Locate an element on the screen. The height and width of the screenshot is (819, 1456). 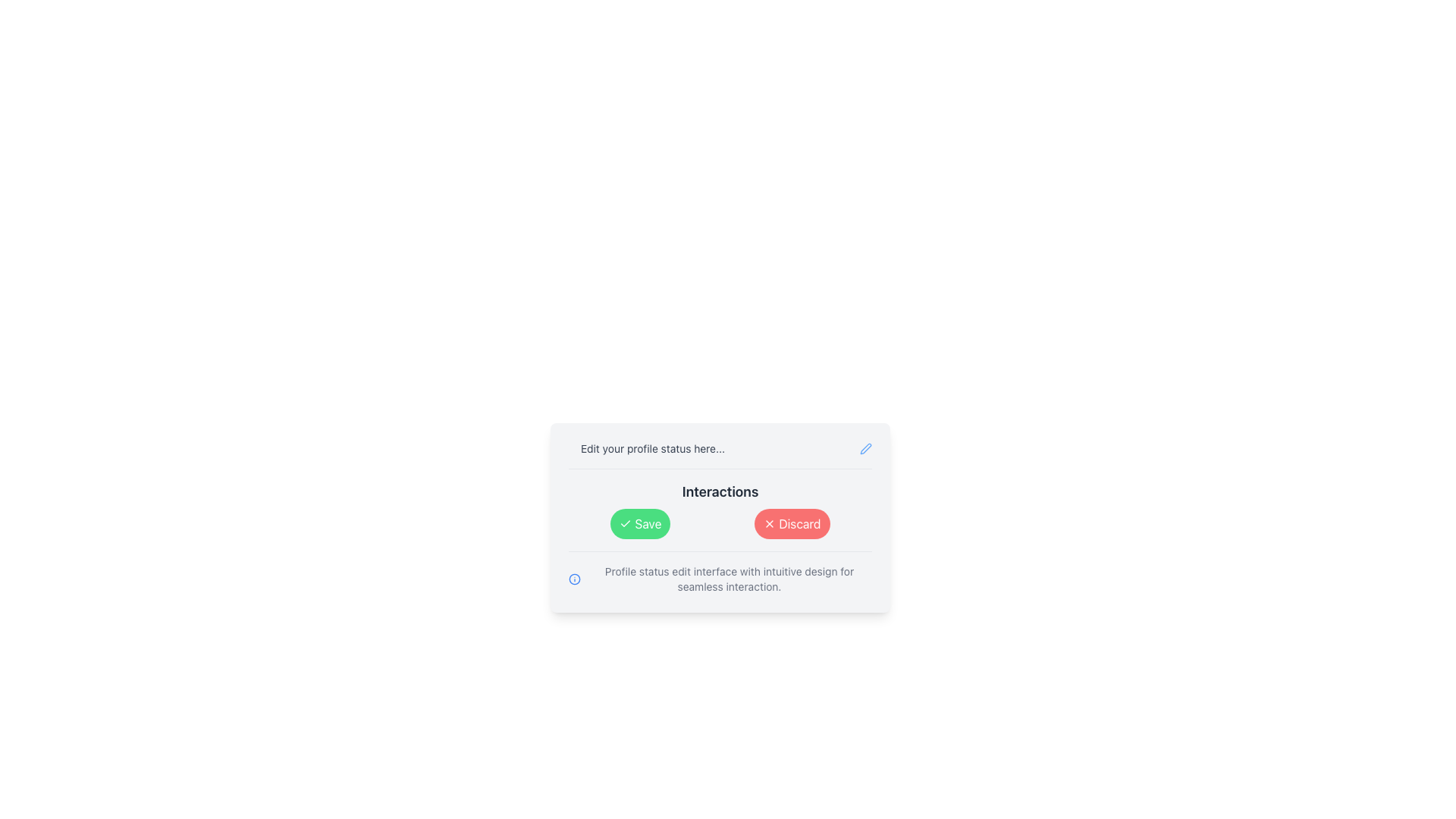
the informational text 'Profile status edit interface with intuitive design for seamless interaction.' located below the 'Save' and 'Discard' buttons to read the description is located at coordinates (720, 573).